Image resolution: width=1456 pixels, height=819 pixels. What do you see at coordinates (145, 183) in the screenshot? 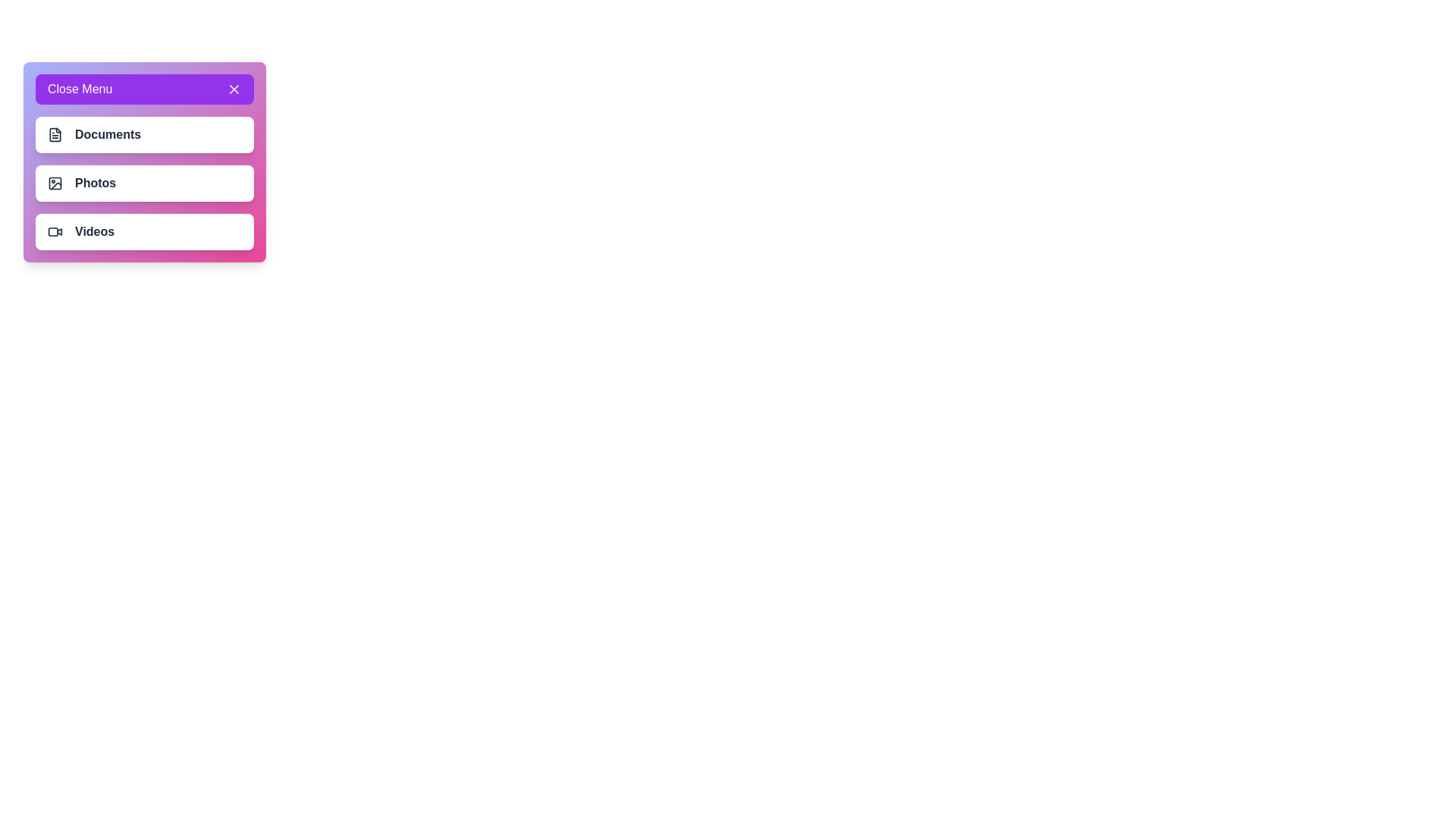
I see `the menu item Photos by clicking on it` at bounding box center [145, 183].